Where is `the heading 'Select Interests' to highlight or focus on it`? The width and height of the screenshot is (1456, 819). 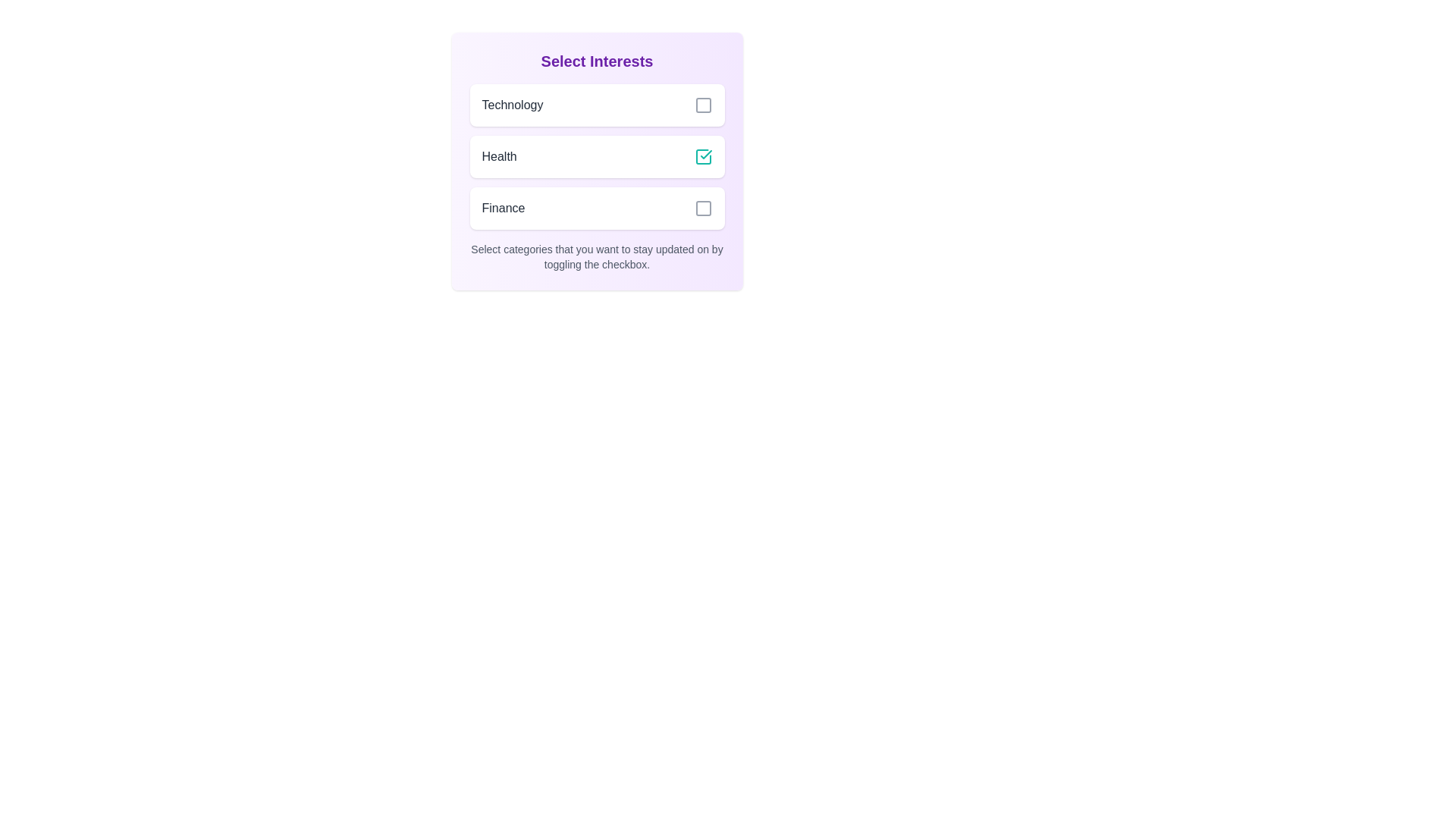 the heading 'Select Interests' to highlight or focus on it is located at coordinates (596, 61).